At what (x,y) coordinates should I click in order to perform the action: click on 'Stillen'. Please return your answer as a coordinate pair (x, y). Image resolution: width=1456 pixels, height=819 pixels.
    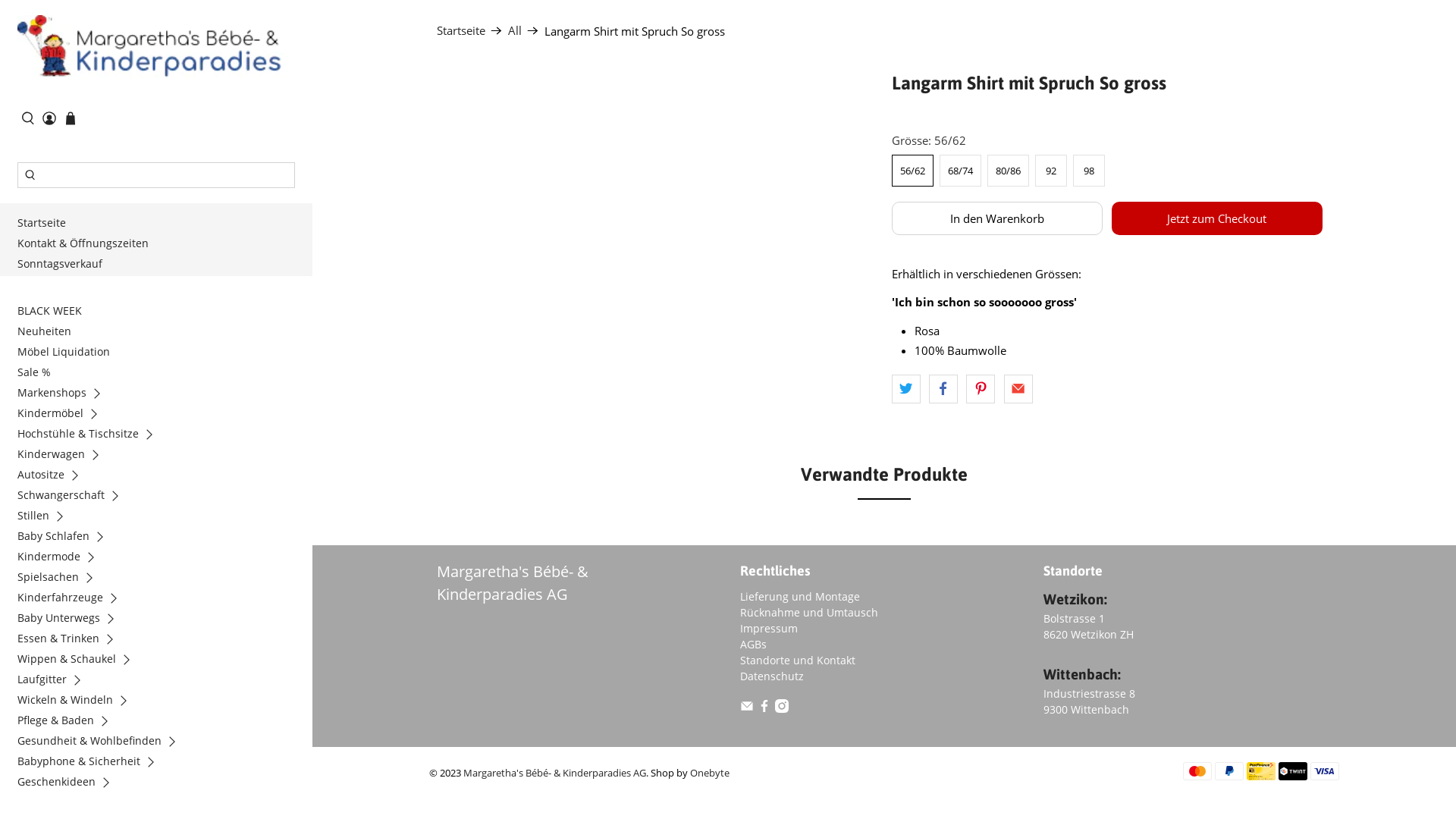
    Looking at the image, I should click on (45, 516).